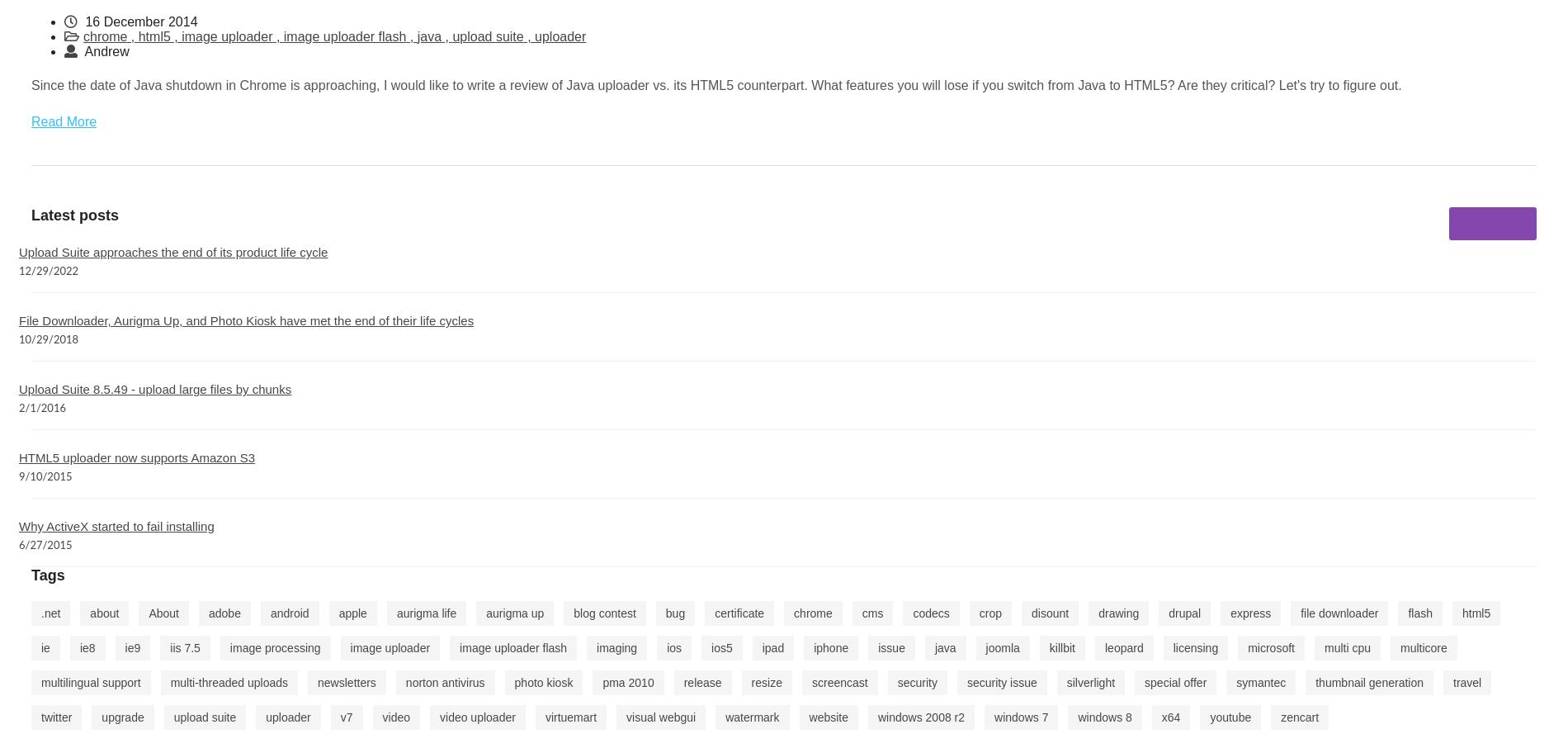 The width and height of the screenshot is (1568, 748). I want to click on 'iphone', so click(813, 647).